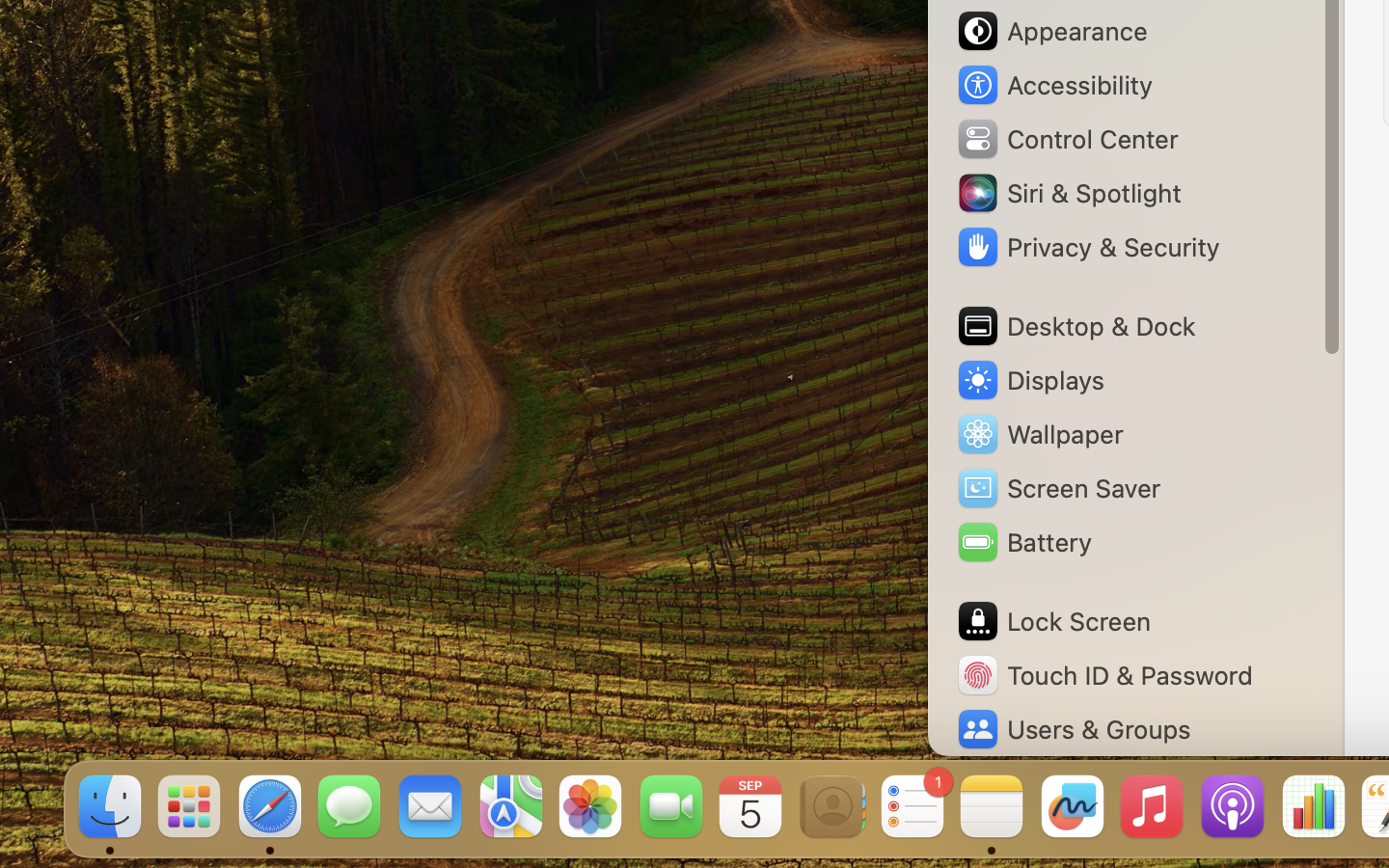  What do you see at coordinates (1049, 30) in the screenshot?
I see `'Appearance'` at bounding box center [1049, 30].